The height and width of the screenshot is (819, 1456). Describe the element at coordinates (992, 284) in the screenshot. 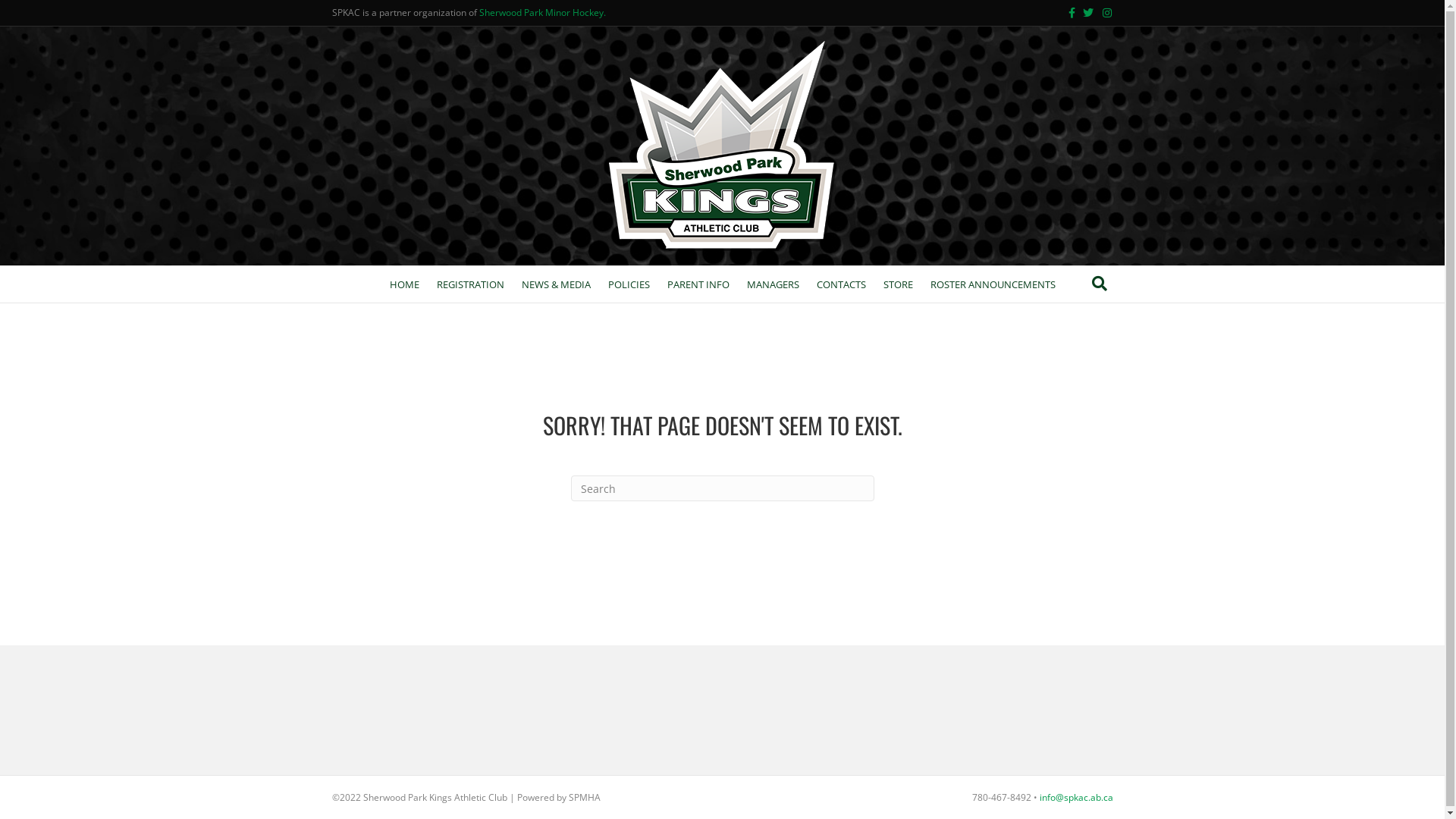

I see `'ROSTER ANNOUNCEMENTS'` at that location.